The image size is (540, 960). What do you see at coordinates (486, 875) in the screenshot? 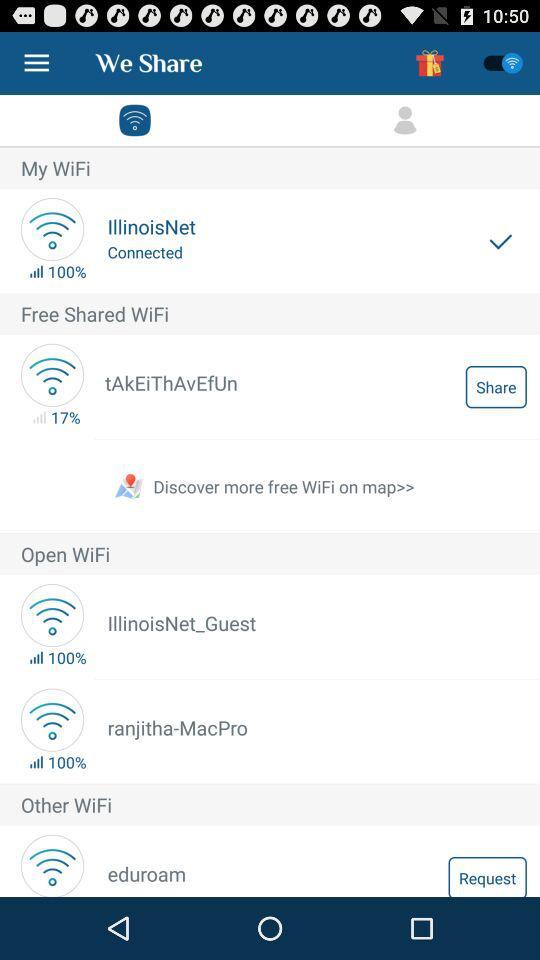
I see `item below other wifi` at bounding box center [486, 875].